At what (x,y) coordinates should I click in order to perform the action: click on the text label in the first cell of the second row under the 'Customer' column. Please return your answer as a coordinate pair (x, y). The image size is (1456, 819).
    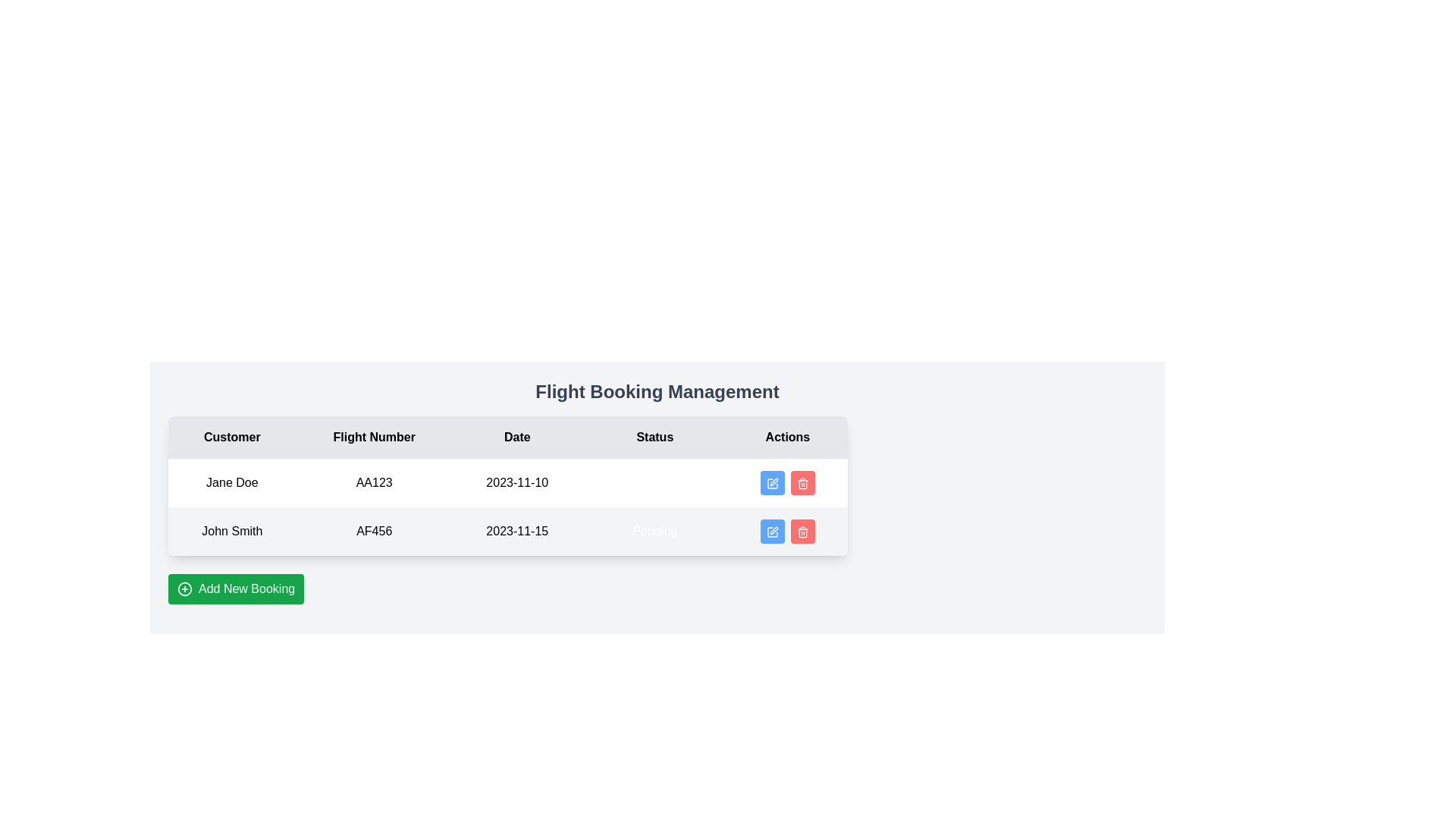
    Looking at the image, I should click on (231, 531).